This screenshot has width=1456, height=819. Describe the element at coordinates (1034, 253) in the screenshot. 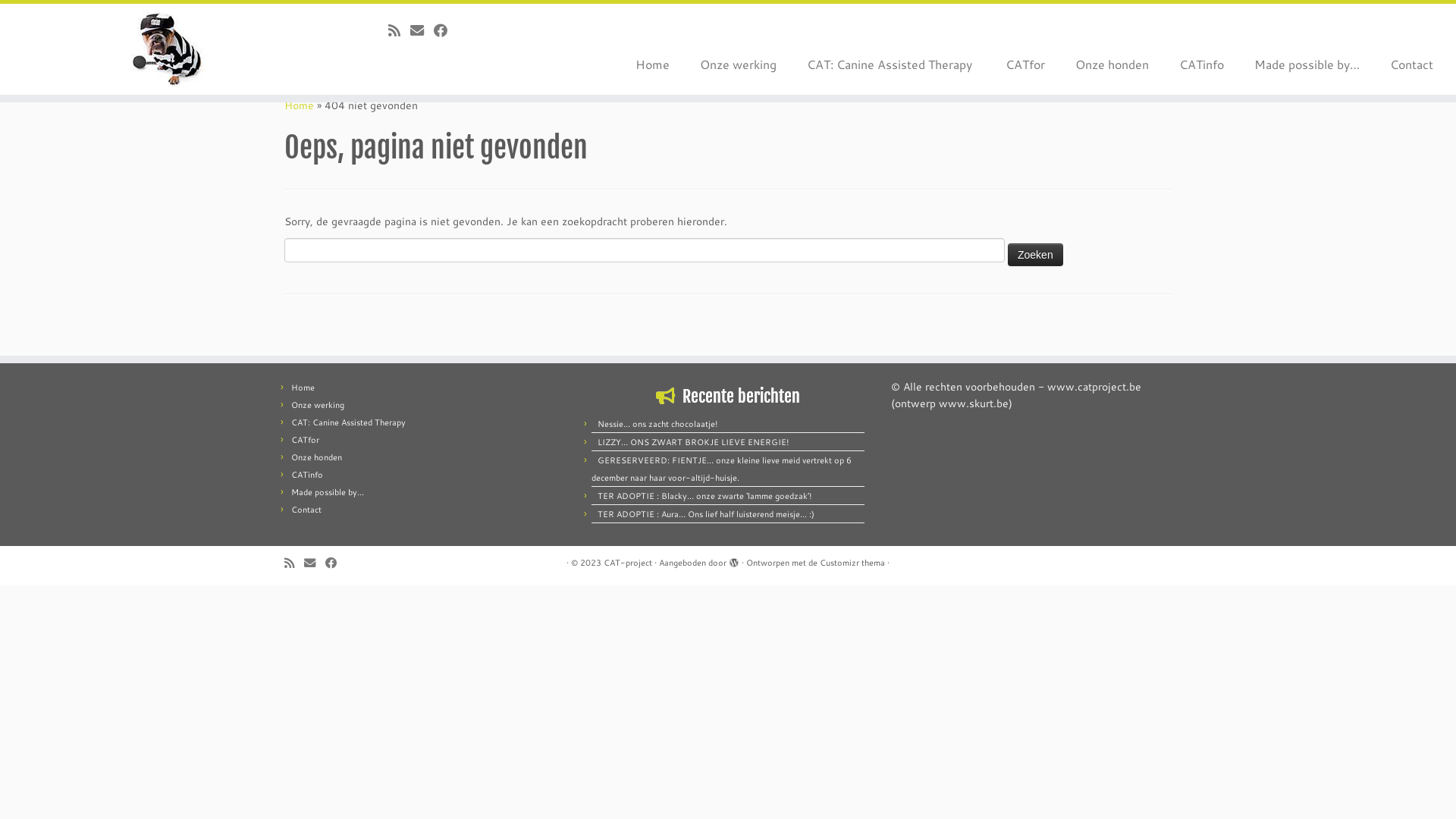

I see `'Zoeken'` at that location.